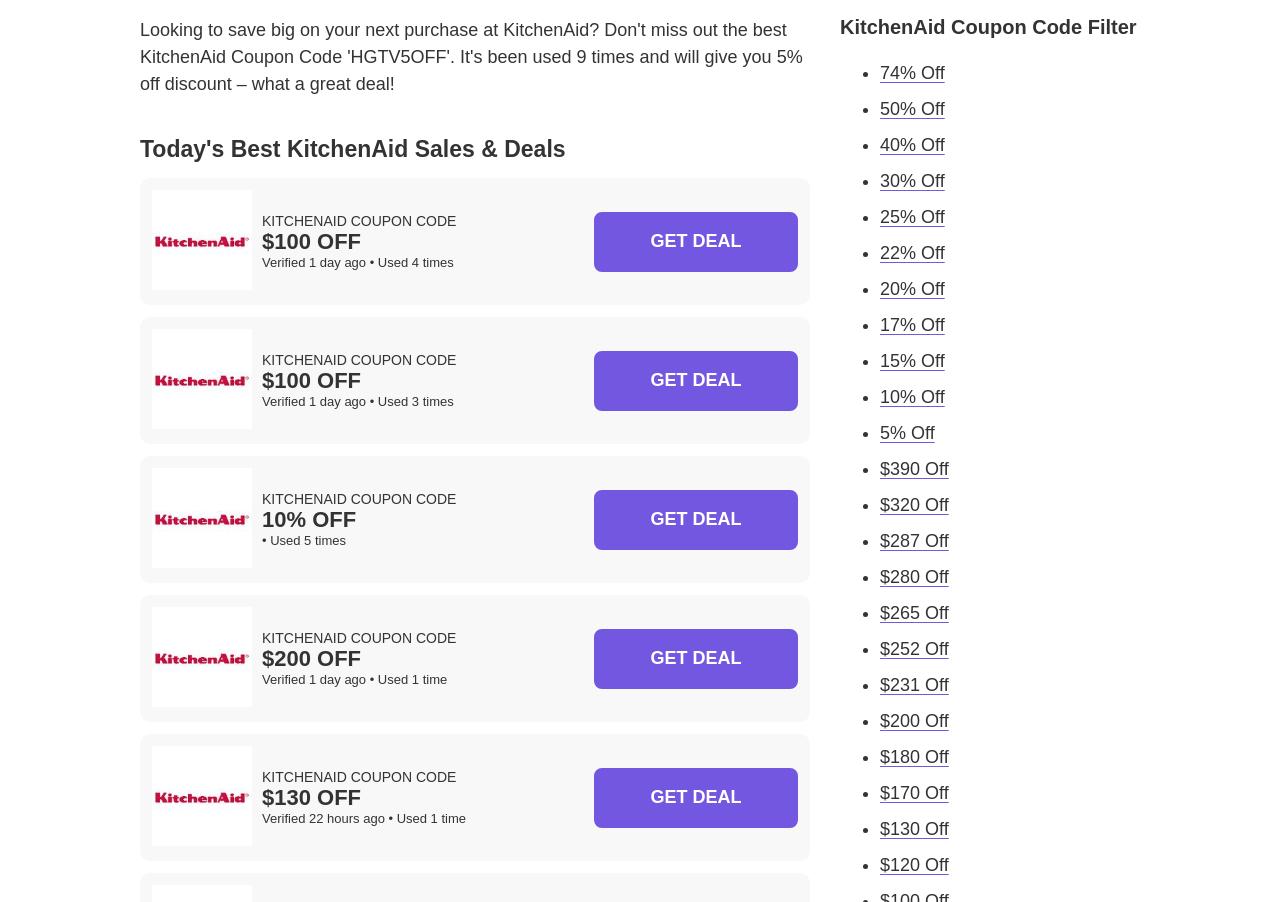  Describe the element at coordinates (913, 754) in the screenshot. I see `'$180 Off'` at that location.